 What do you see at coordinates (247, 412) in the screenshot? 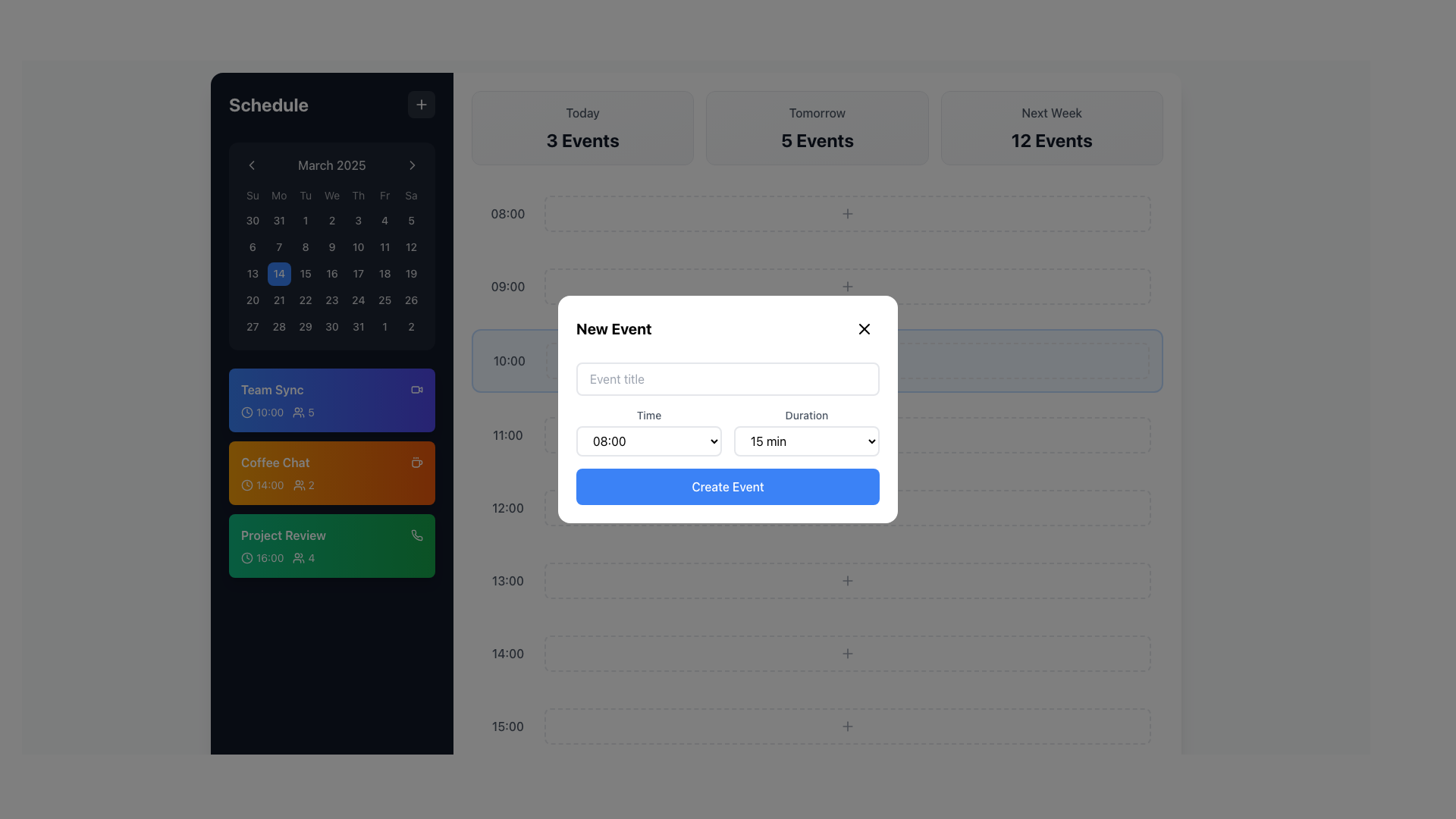
I see `the circular icon in the left sidebar next to the 'Team Sync' schedule item, located just before '10:00'` at bounding box center [247, 412].